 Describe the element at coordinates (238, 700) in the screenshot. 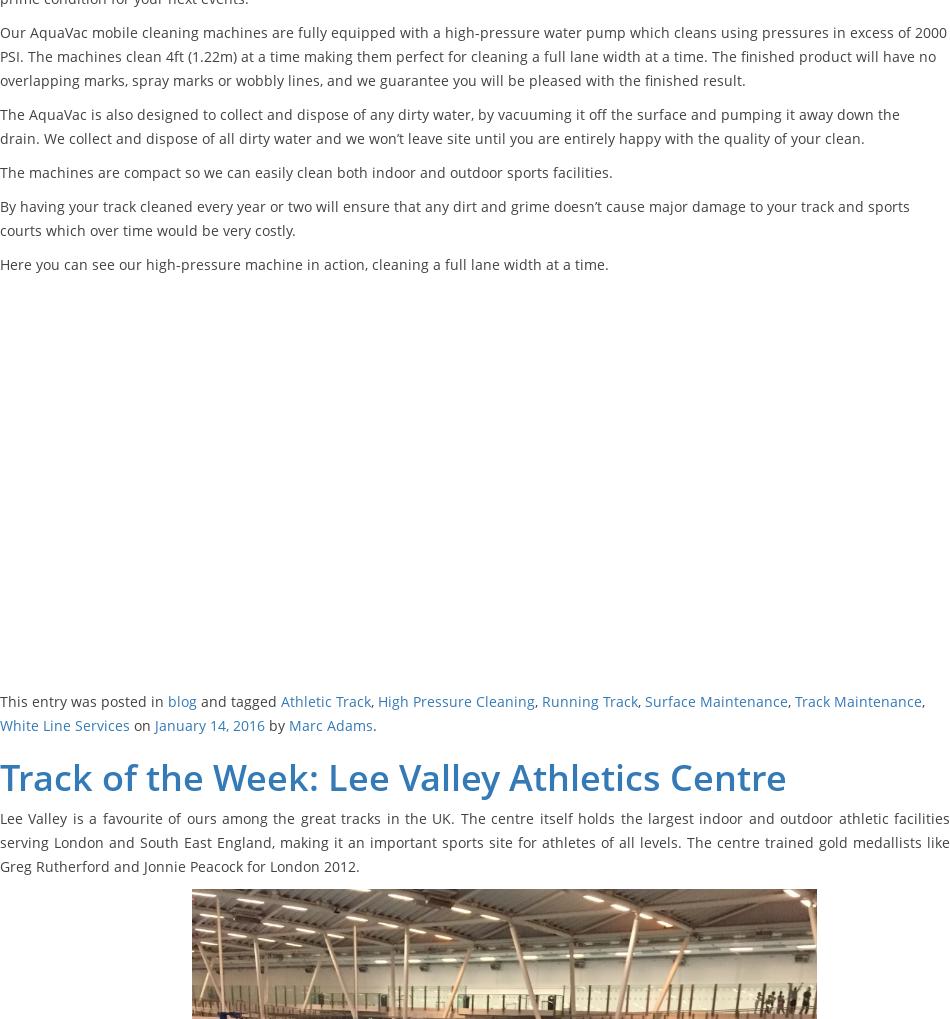

I see `'and tagged'` at that location.